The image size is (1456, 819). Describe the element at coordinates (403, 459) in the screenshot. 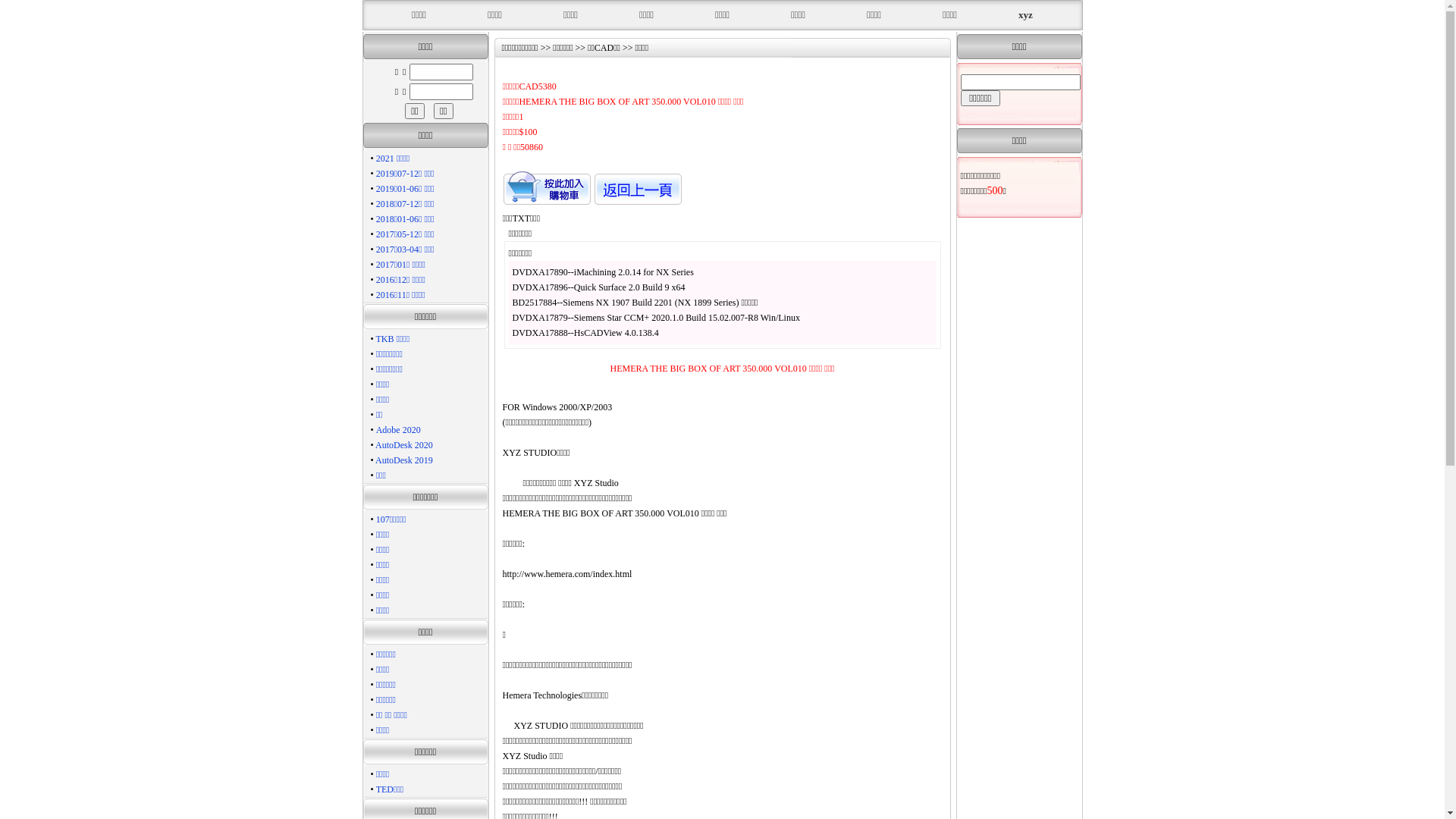

I see `'AutoDesk 2019'` at that location.